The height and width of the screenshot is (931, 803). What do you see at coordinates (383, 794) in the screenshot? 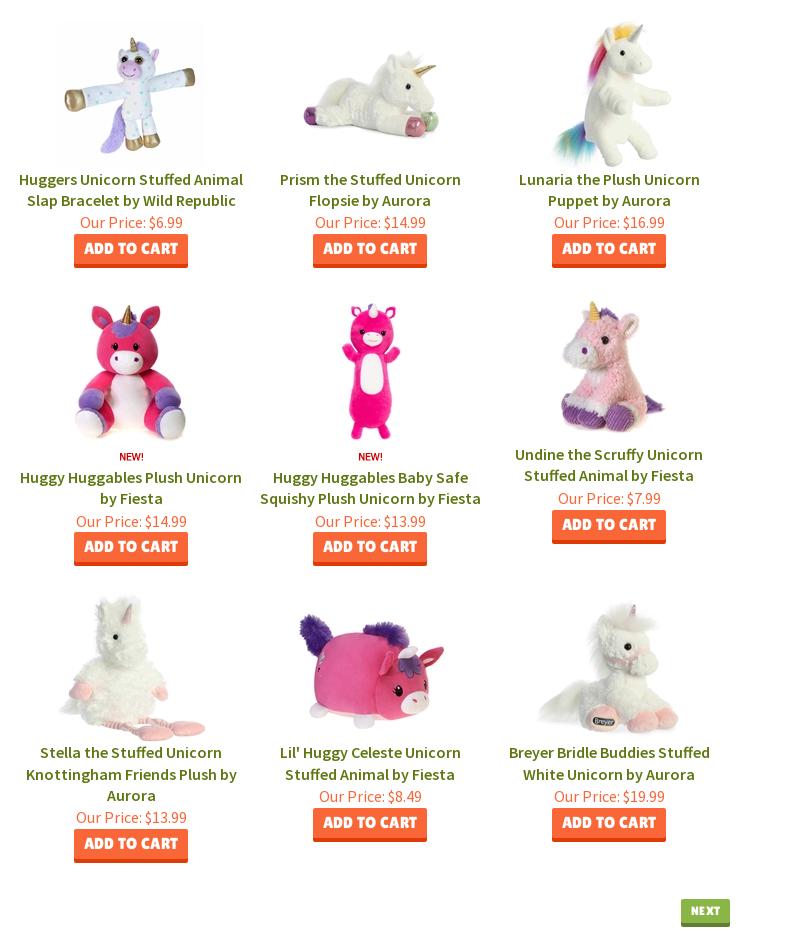
I see `'$8.49'` at bounding box center [383, 794].